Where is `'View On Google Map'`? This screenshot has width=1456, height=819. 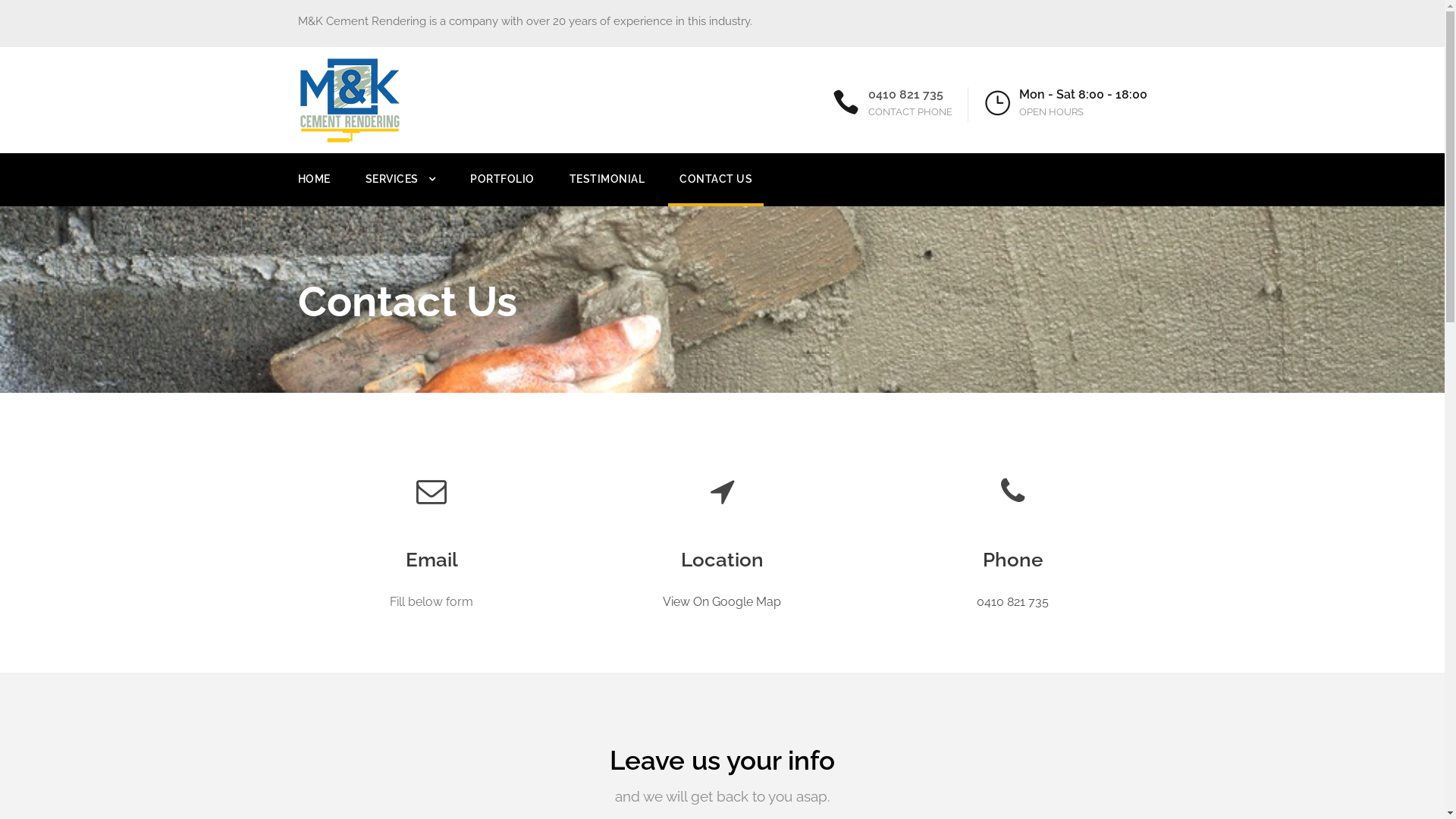
'View On Google Map' is located at coordinates (720, 601).